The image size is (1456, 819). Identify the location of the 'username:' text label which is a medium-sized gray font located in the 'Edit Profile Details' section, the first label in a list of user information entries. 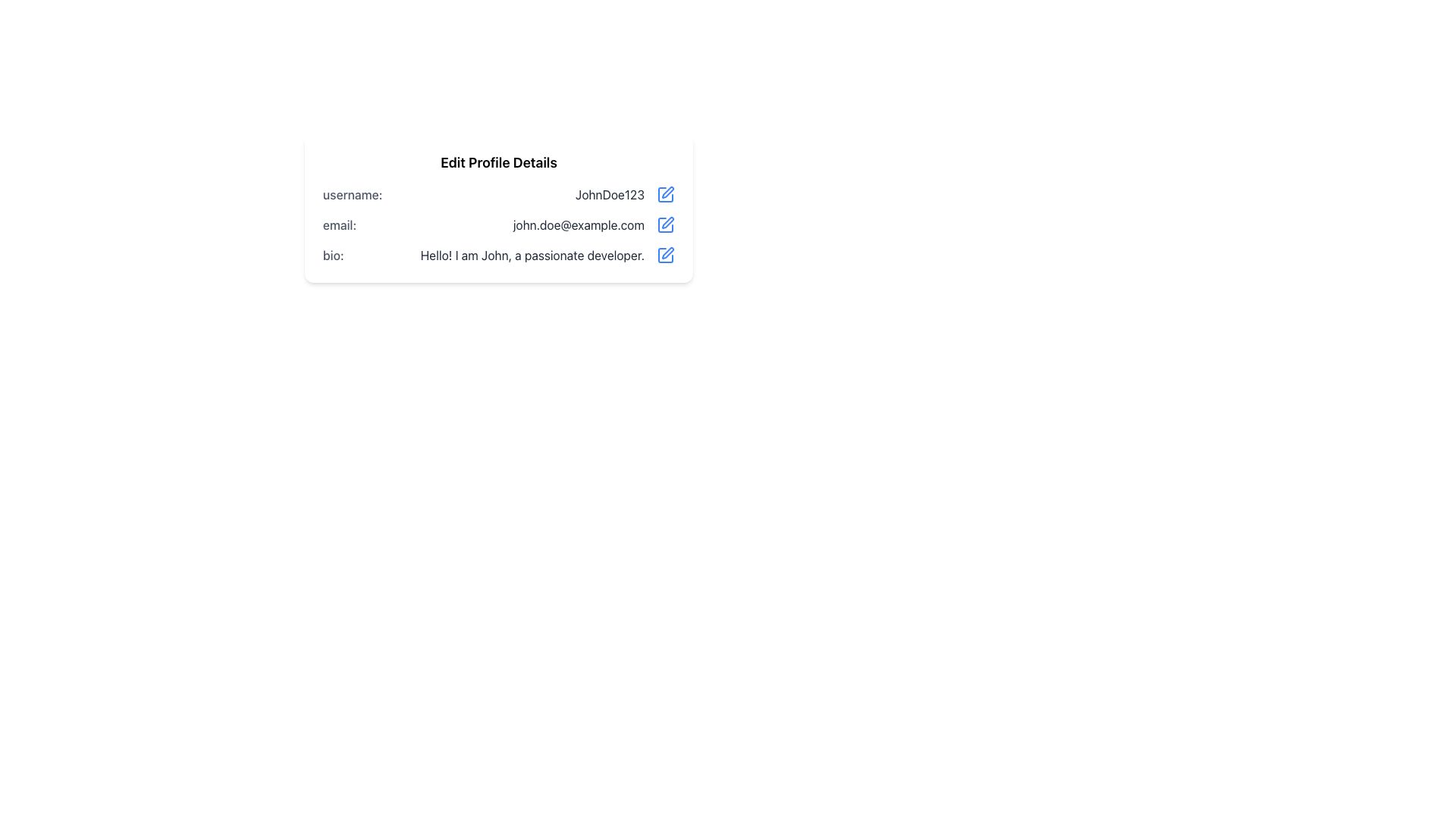
(352, 194).